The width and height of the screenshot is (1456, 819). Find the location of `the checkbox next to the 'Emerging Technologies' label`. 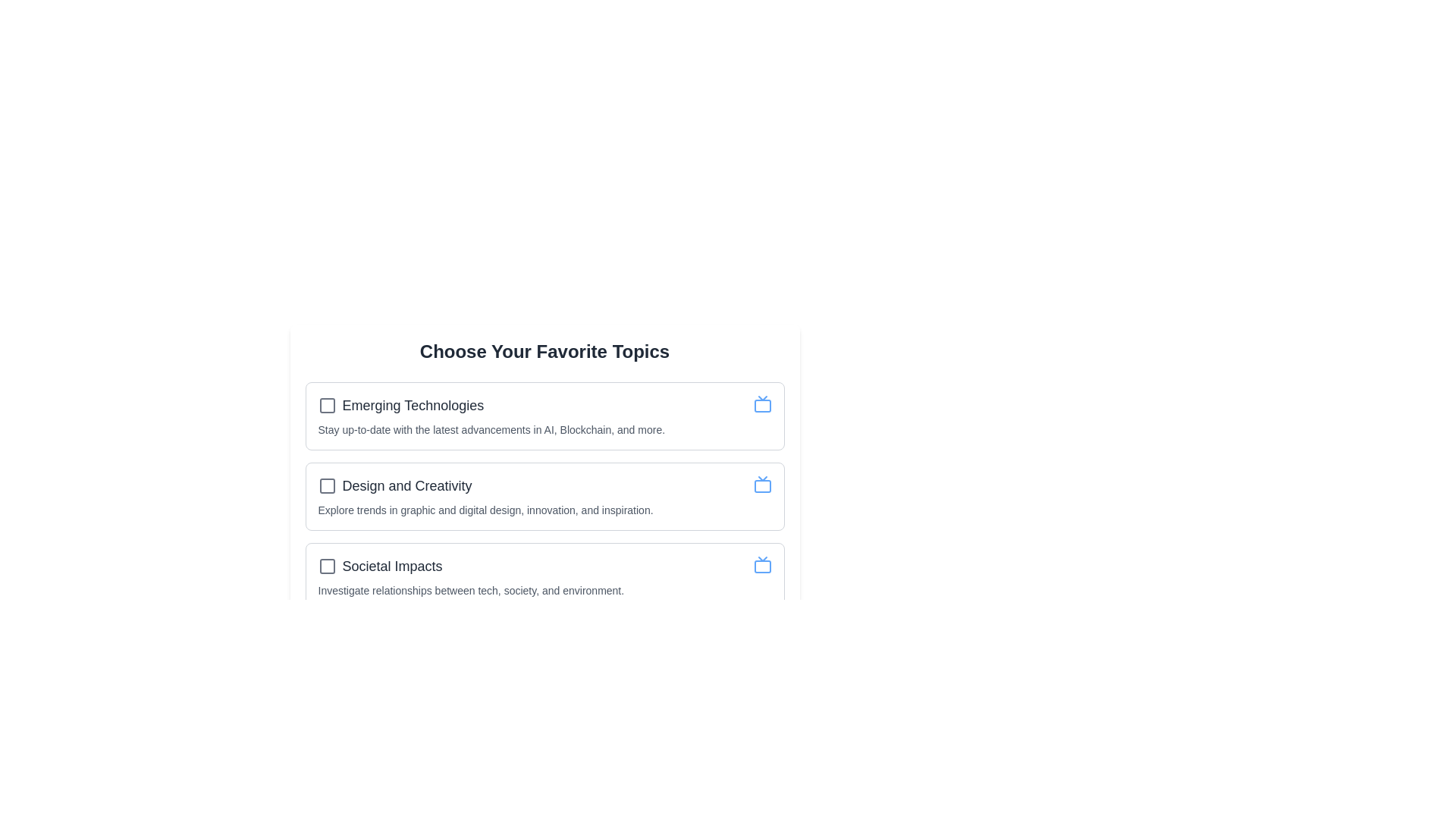

the checkbox next to the 'Emerging Technologies' label is located at coordinates (326, 405).